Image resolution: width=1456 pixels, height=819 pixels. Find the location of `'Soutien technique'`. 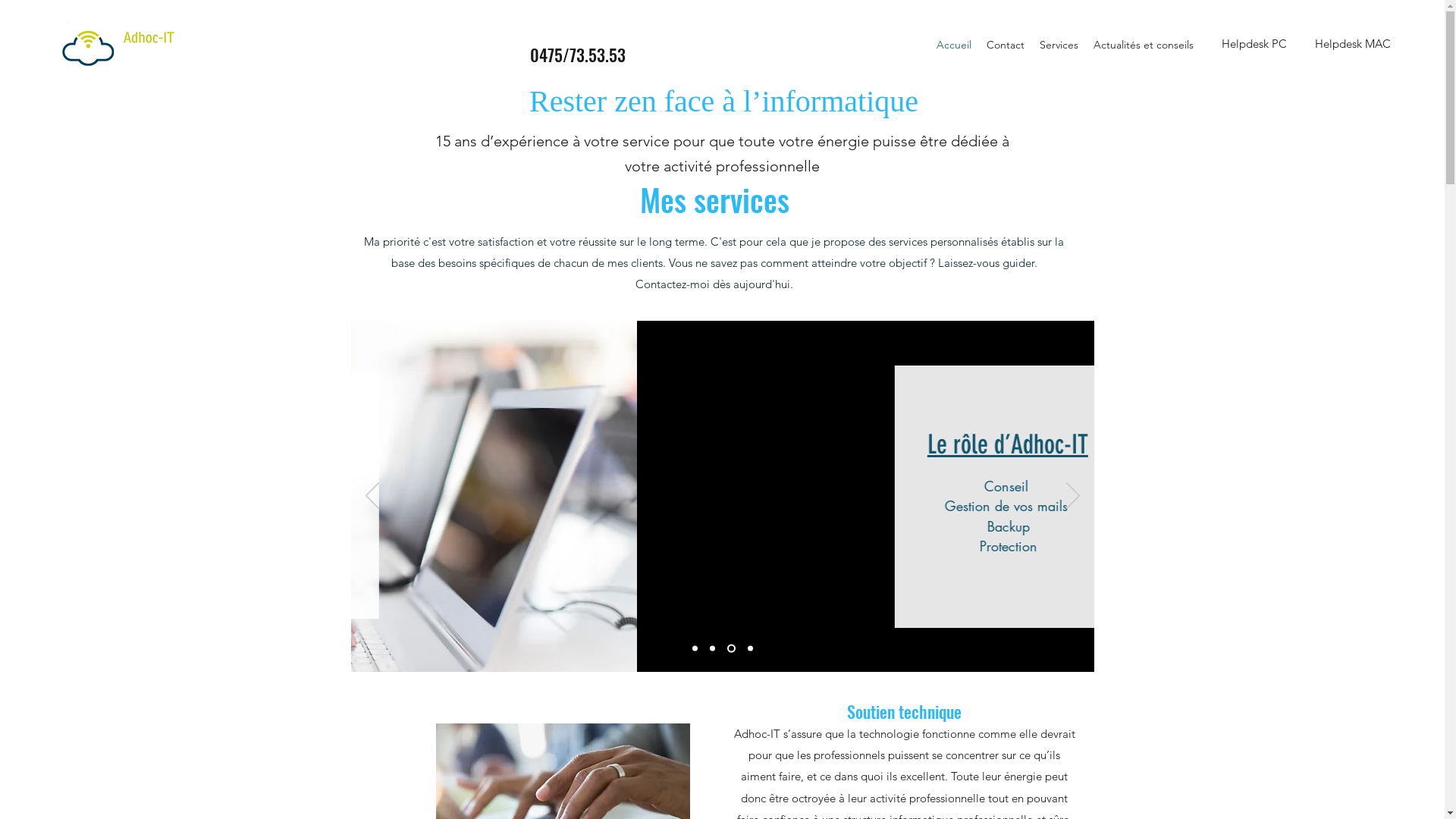

'Soutien technique' is located at coordinates (719, 424).